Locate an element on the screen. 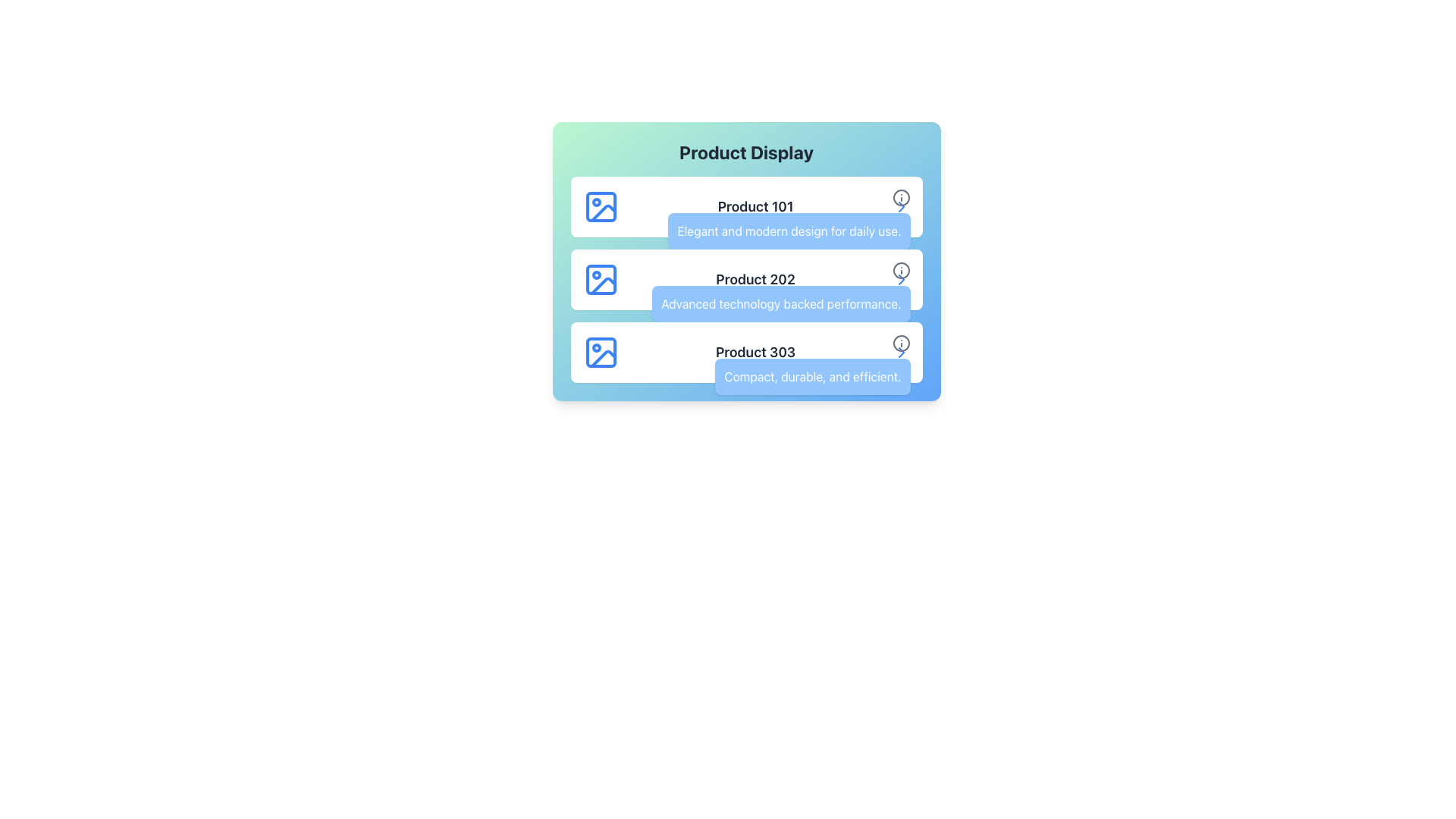  the chevron icon in the second row under 'Product Display' is located at coordinates (901, 280).